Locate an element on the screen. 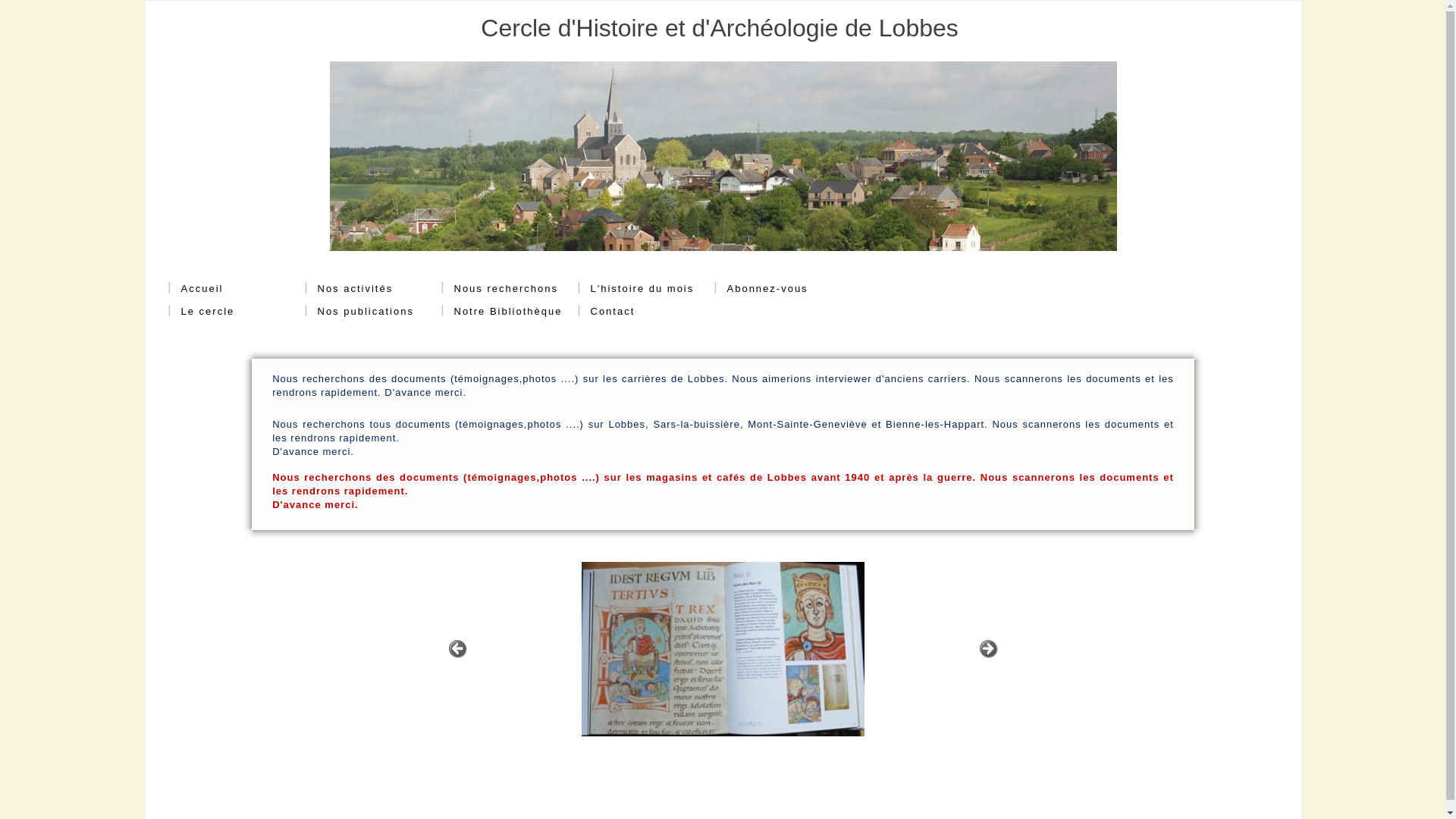  'Nous recherchons' is located at coordinates (500, 289).